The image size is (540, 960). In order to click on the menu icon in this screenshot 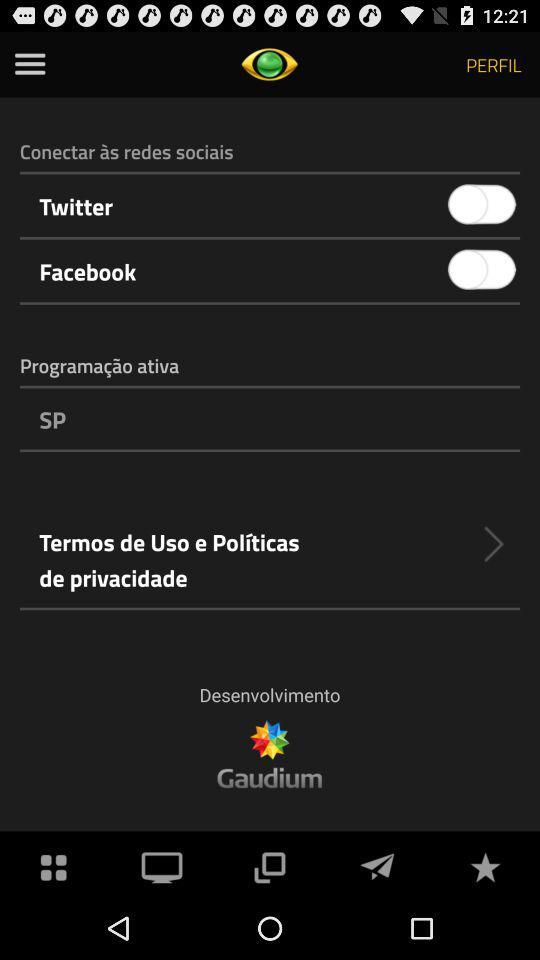, I will do `click(29, 68)`.